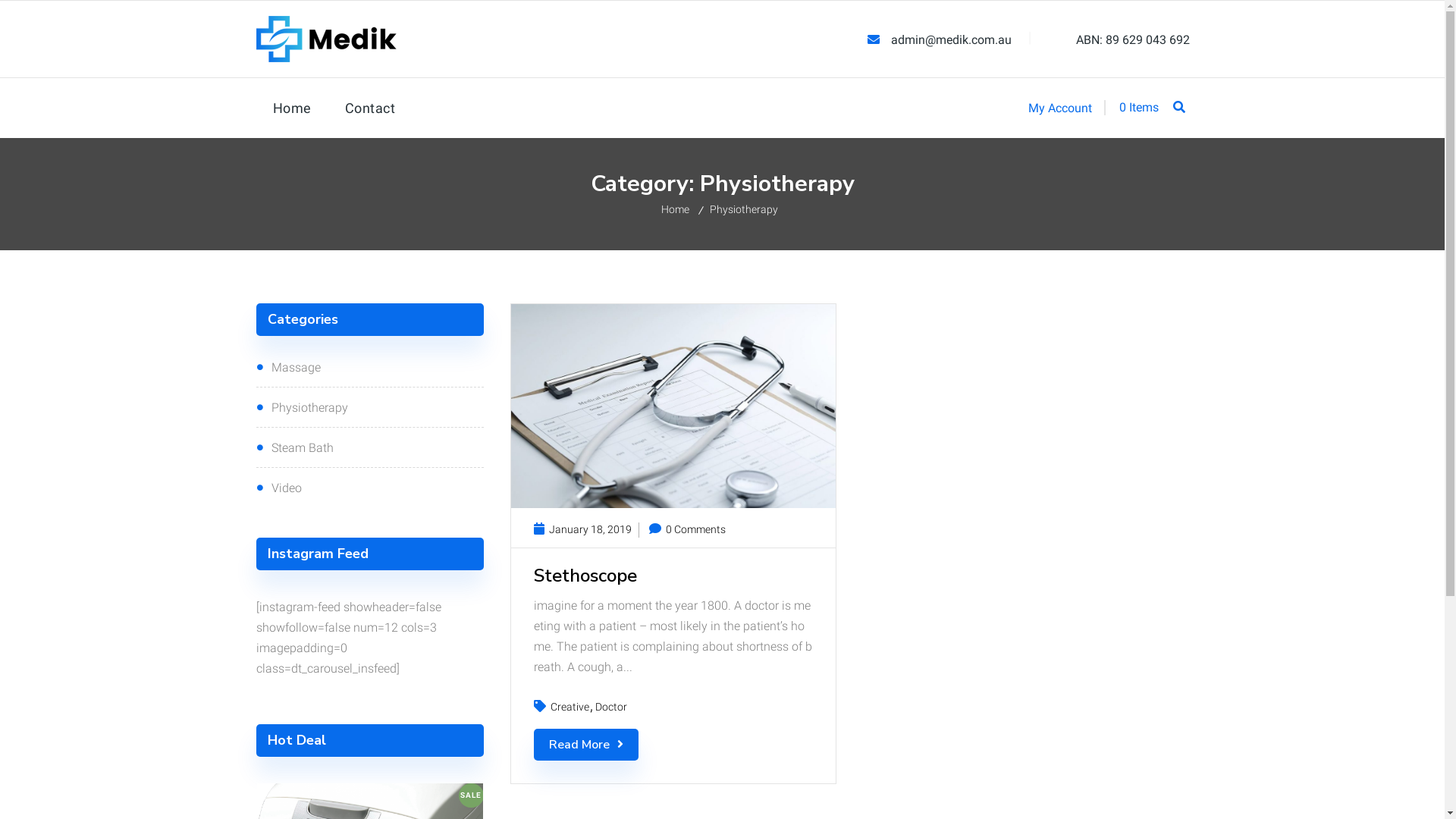  Describe the element at coordinates (369, 106) in the screenshot. I see `'Contact'` at that location.